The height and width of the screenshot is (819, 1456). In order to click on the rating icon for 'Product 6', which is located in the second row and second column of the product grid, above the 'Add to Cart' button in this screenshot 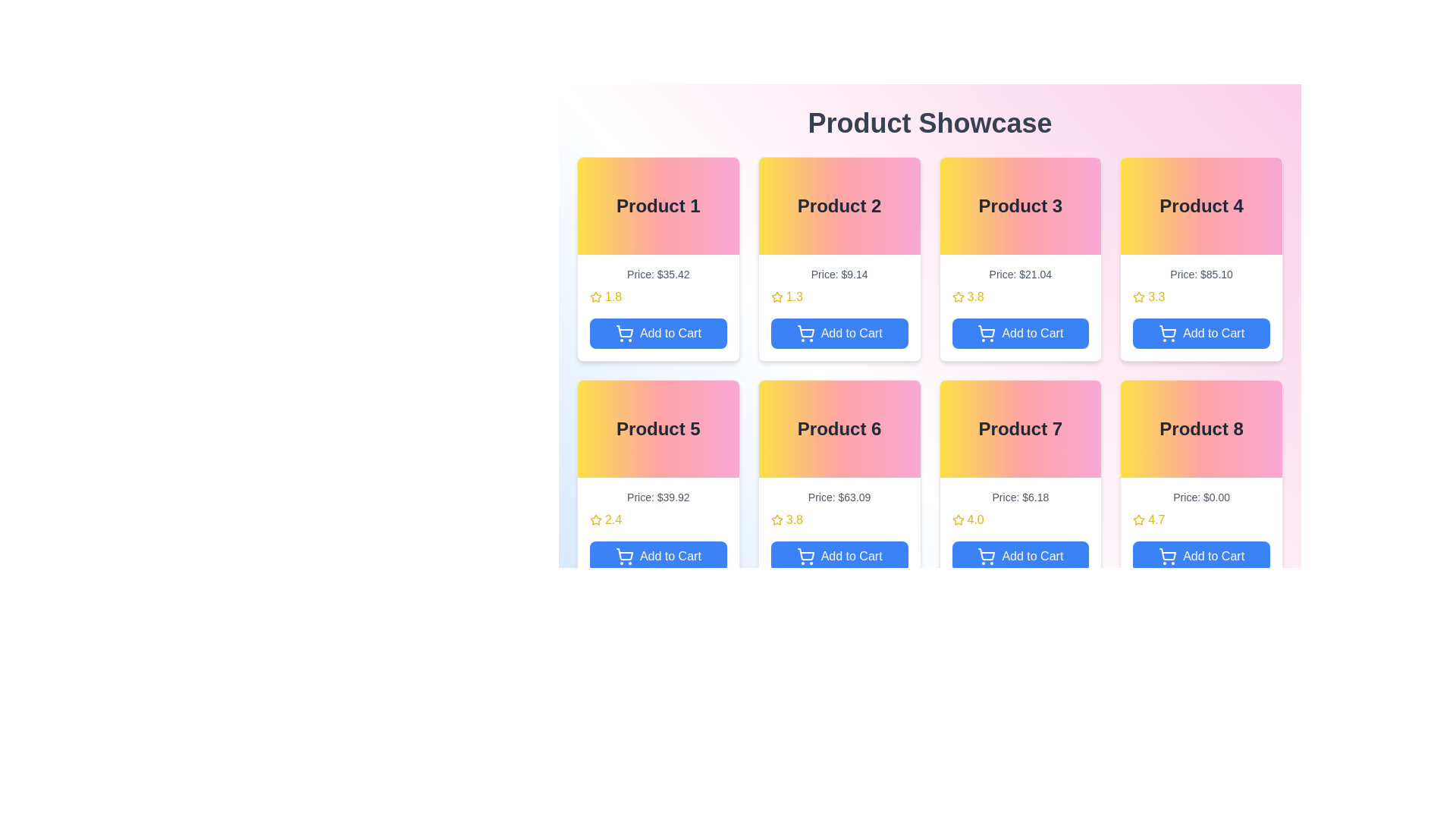, I will do `click(777, 519)`.